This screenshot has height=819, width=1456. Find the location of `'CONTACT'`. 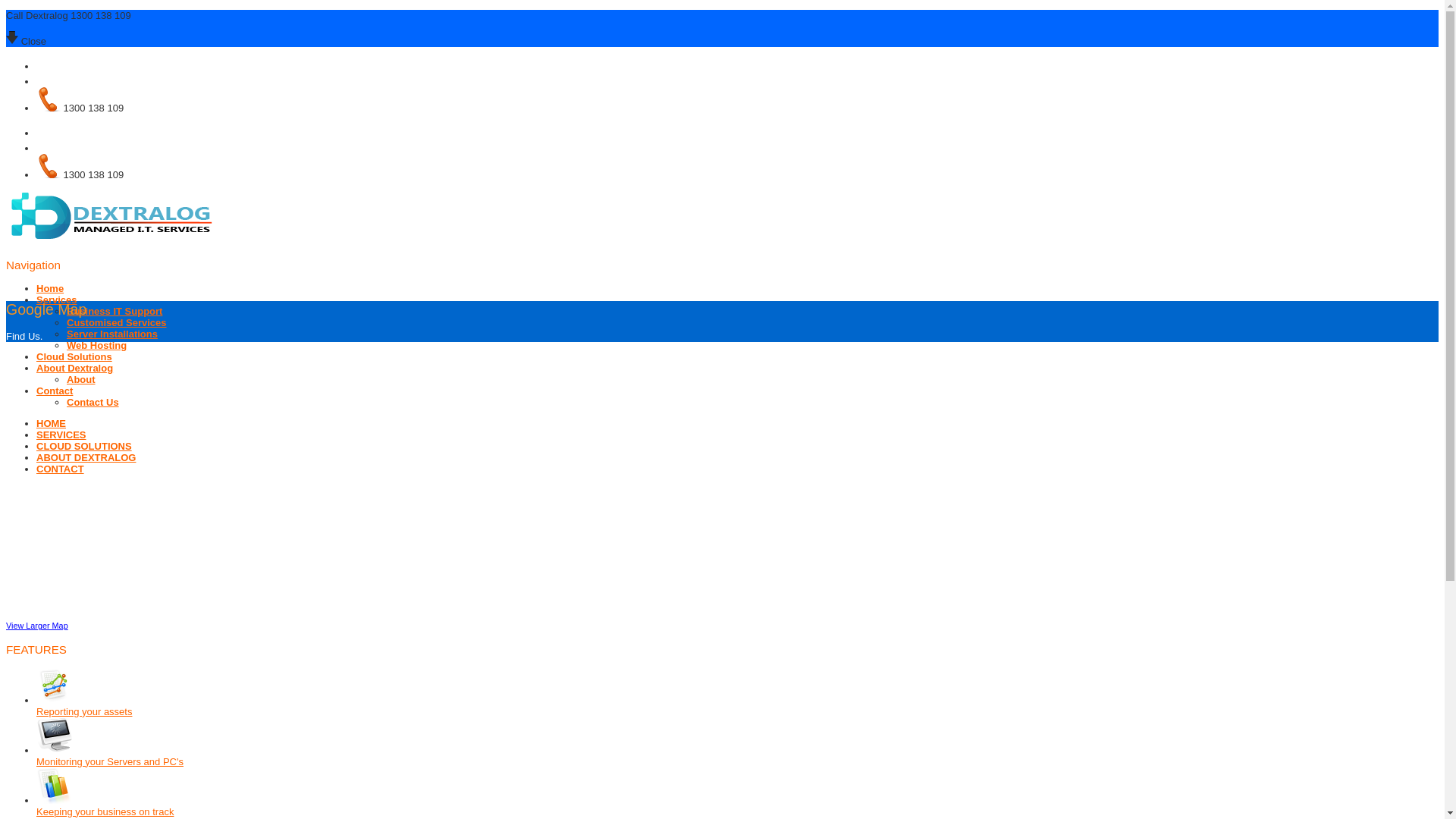

'CONTACT' is located at coordinates (36, 468).